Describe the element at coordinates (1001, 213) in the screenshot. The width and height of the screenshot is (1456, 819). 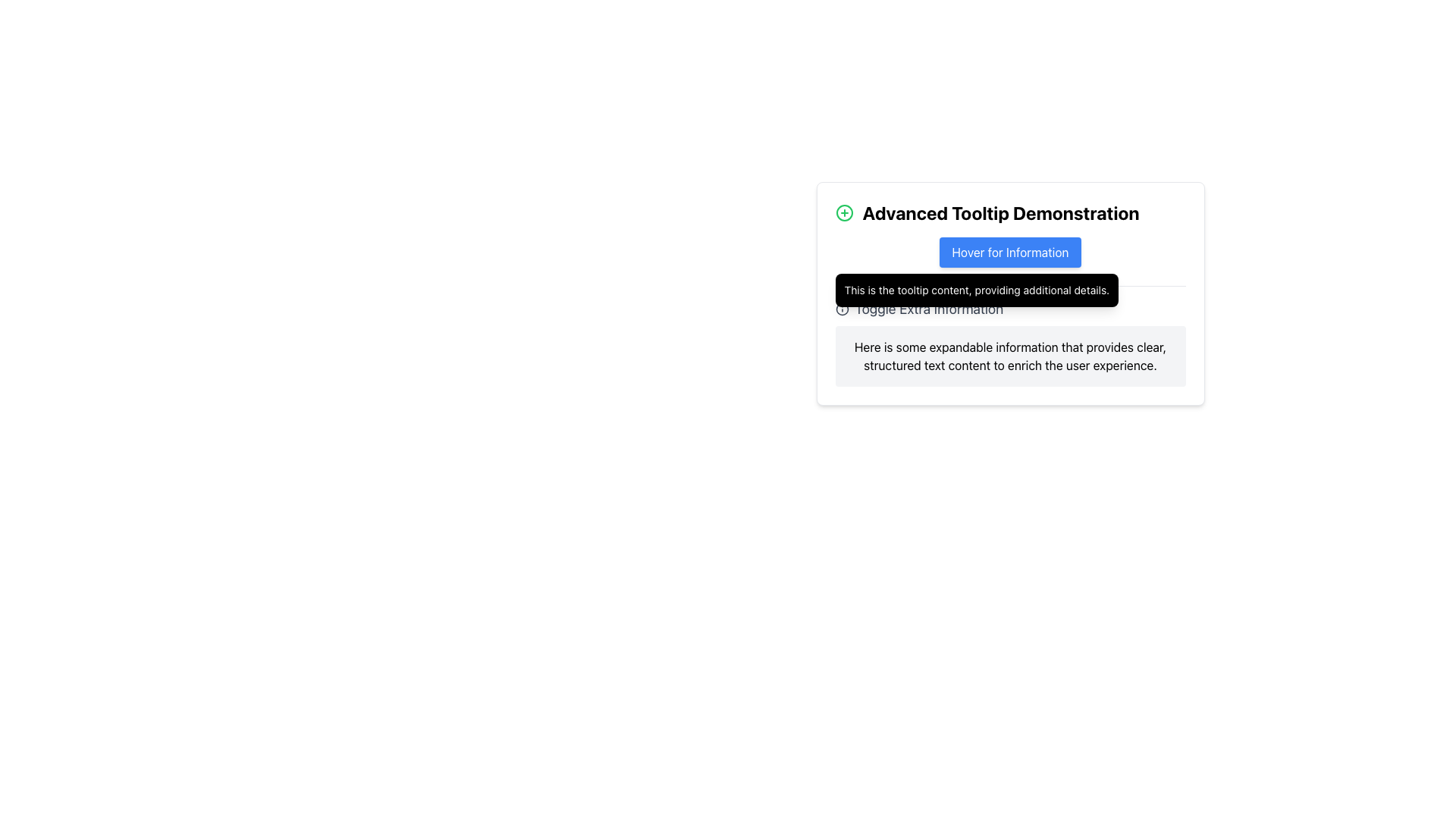
I see `the title text that serves as a heading for the section, positioned to the right of a green plus icon at the central top area of the card` at that location.